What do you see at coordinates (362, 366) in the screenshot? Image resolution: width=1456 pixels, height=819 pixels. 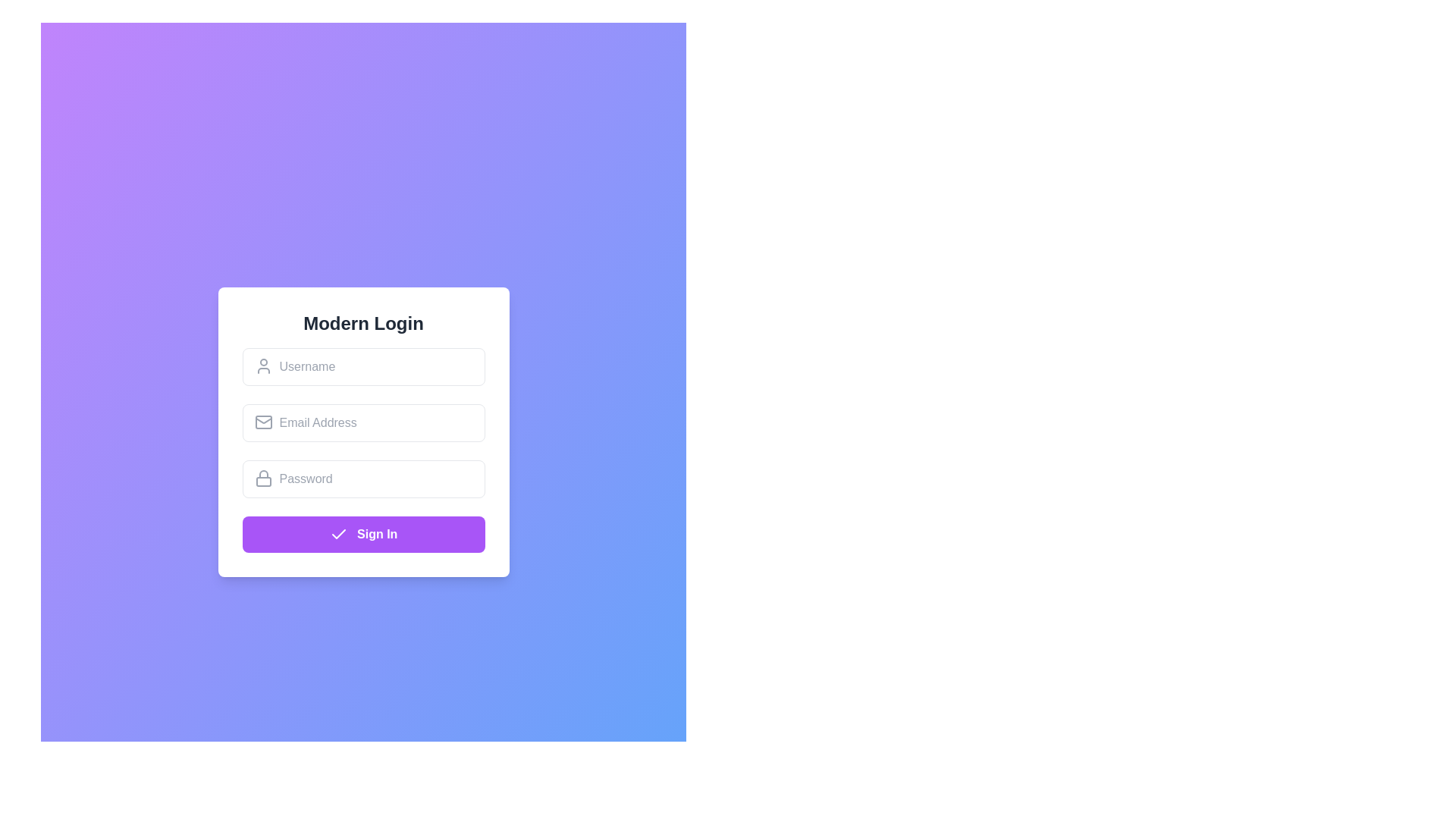 I see `the text input box for 'Username' using the tab key for accessibility` at bounding box center [362, 366].